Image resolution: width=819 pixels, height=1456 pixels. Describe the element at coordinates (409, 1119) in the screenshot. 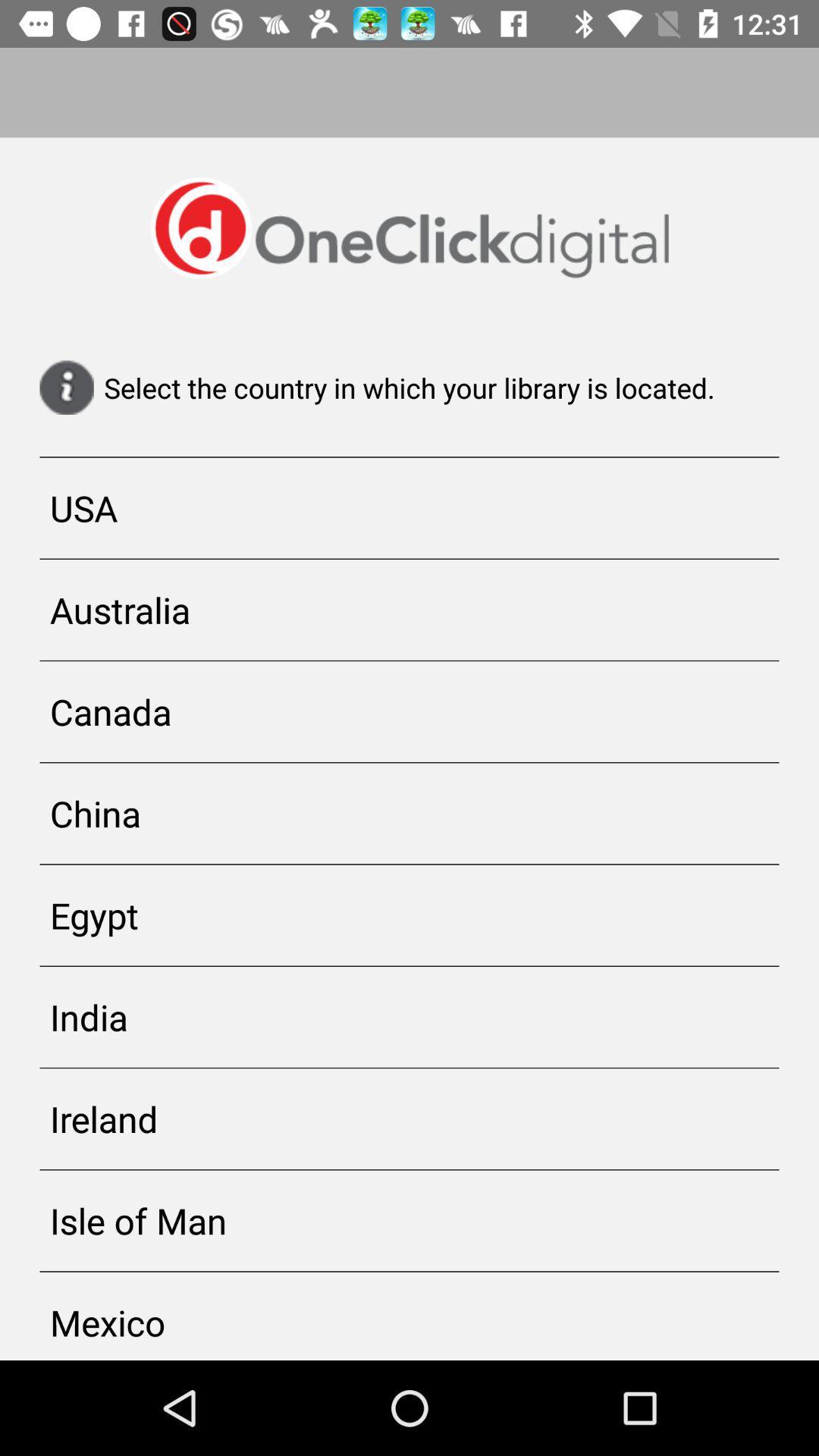

I see `item below india app` at that location.